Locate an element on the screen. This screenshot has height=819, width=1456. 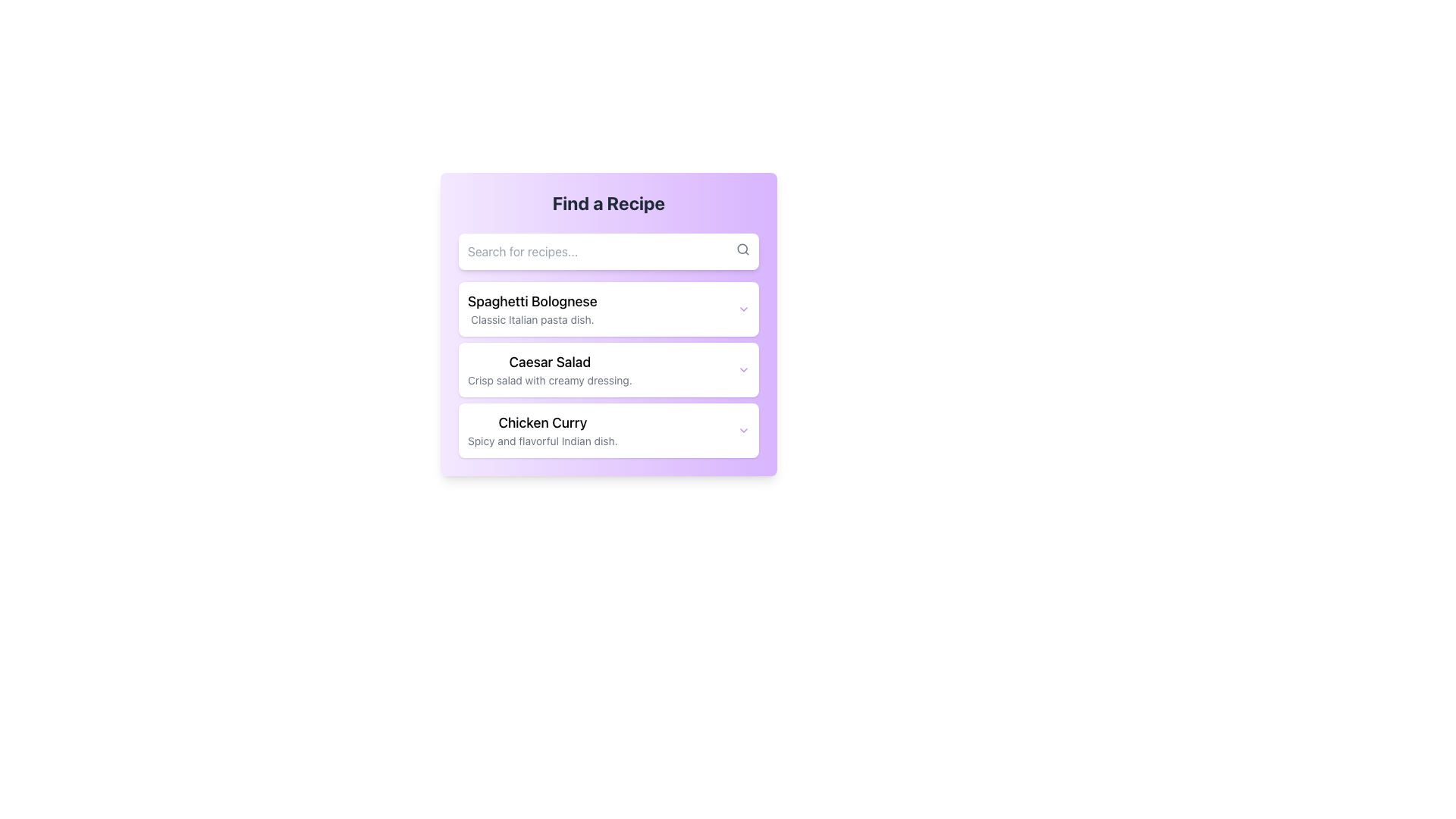
text content of the gray styled text snippet that says 'Classic Italian pasta dish.' located directly beneath the 'Spaghetti Bolognese' title is located at coordinates (532, 318).